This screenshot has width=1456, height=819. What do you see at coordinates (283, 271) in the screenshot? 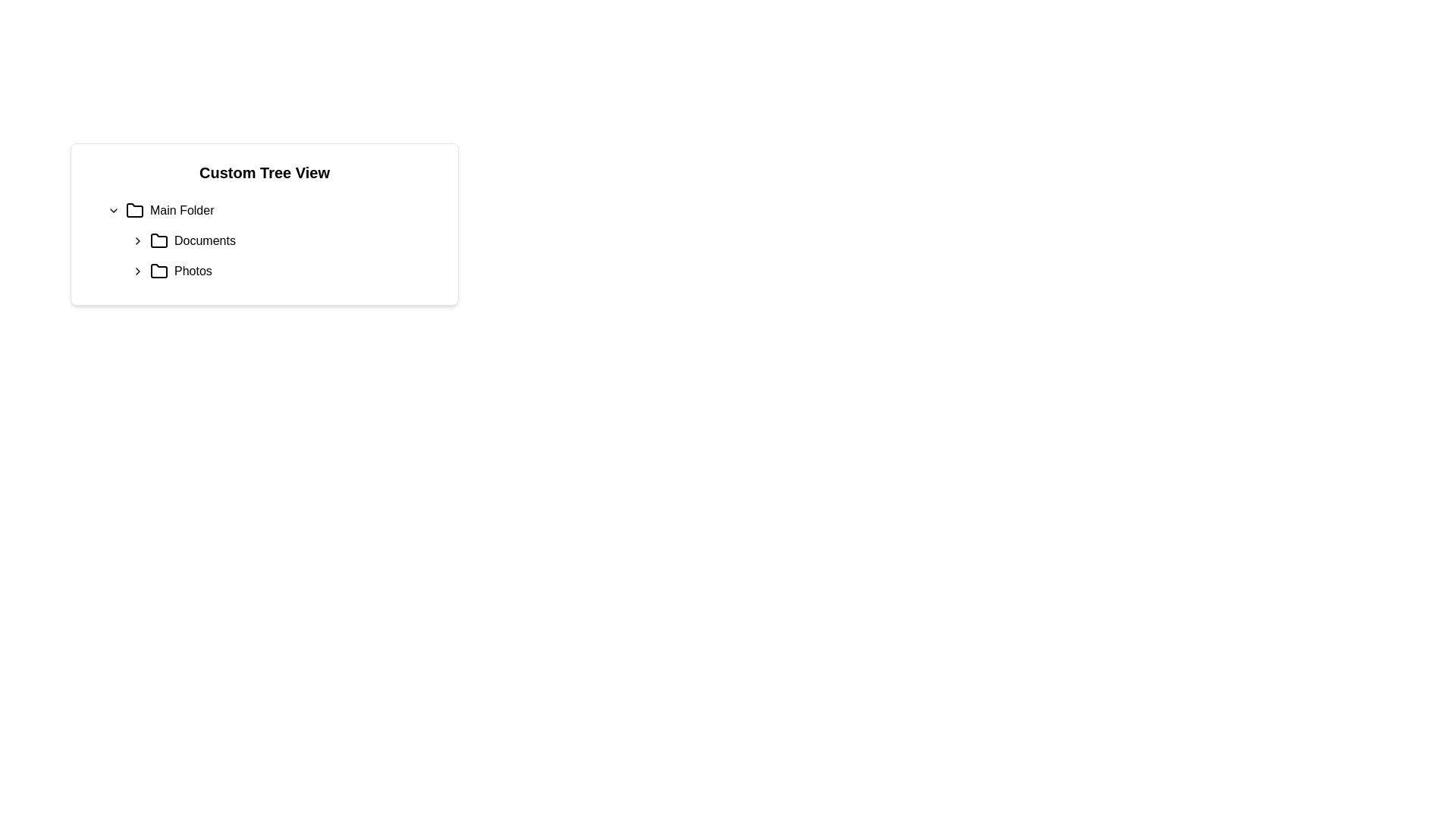
I see `the 'Photos' folder, which is the second item in the vertical list under the 'Main Folder' category` at bounding box center [283, 271].